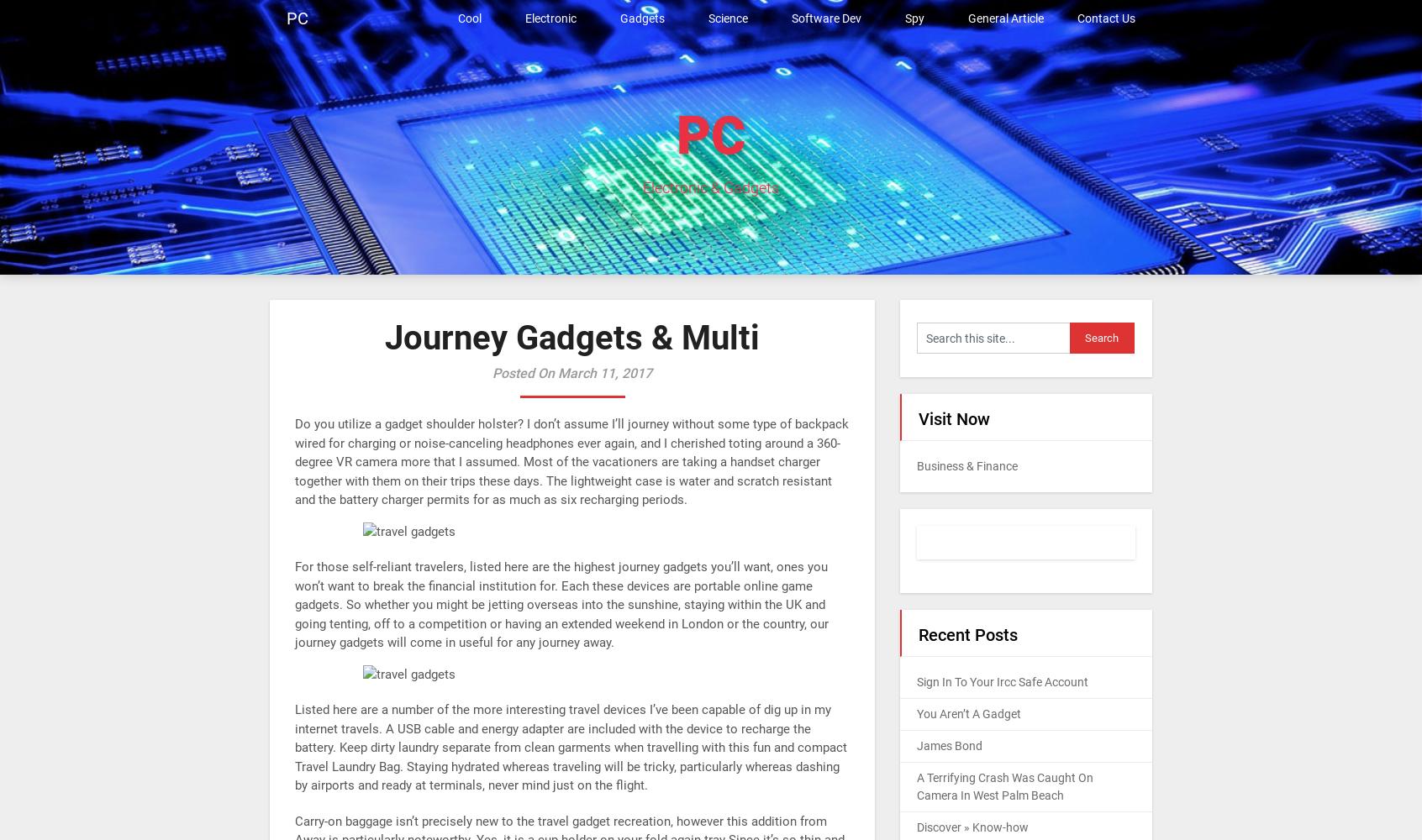  What do you see at coordinates (641, 18) in the screenshot?
I see `'Gadgets'` at bounding box center [641, 18].